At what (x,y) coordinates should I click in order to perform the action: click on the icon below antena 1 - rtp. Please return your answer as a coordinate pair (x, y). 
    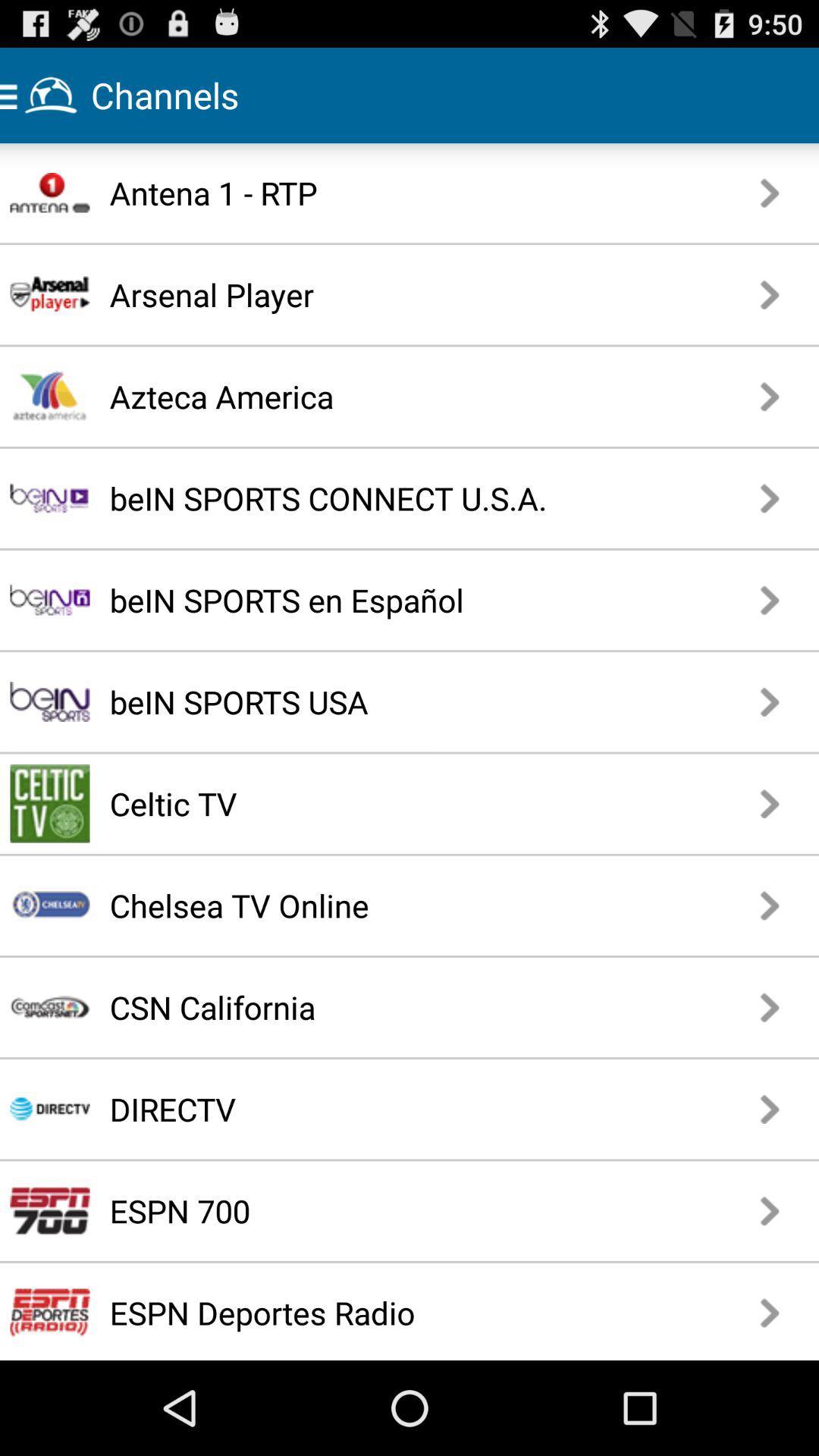
    Looking at the image, I should click on (367, 294).